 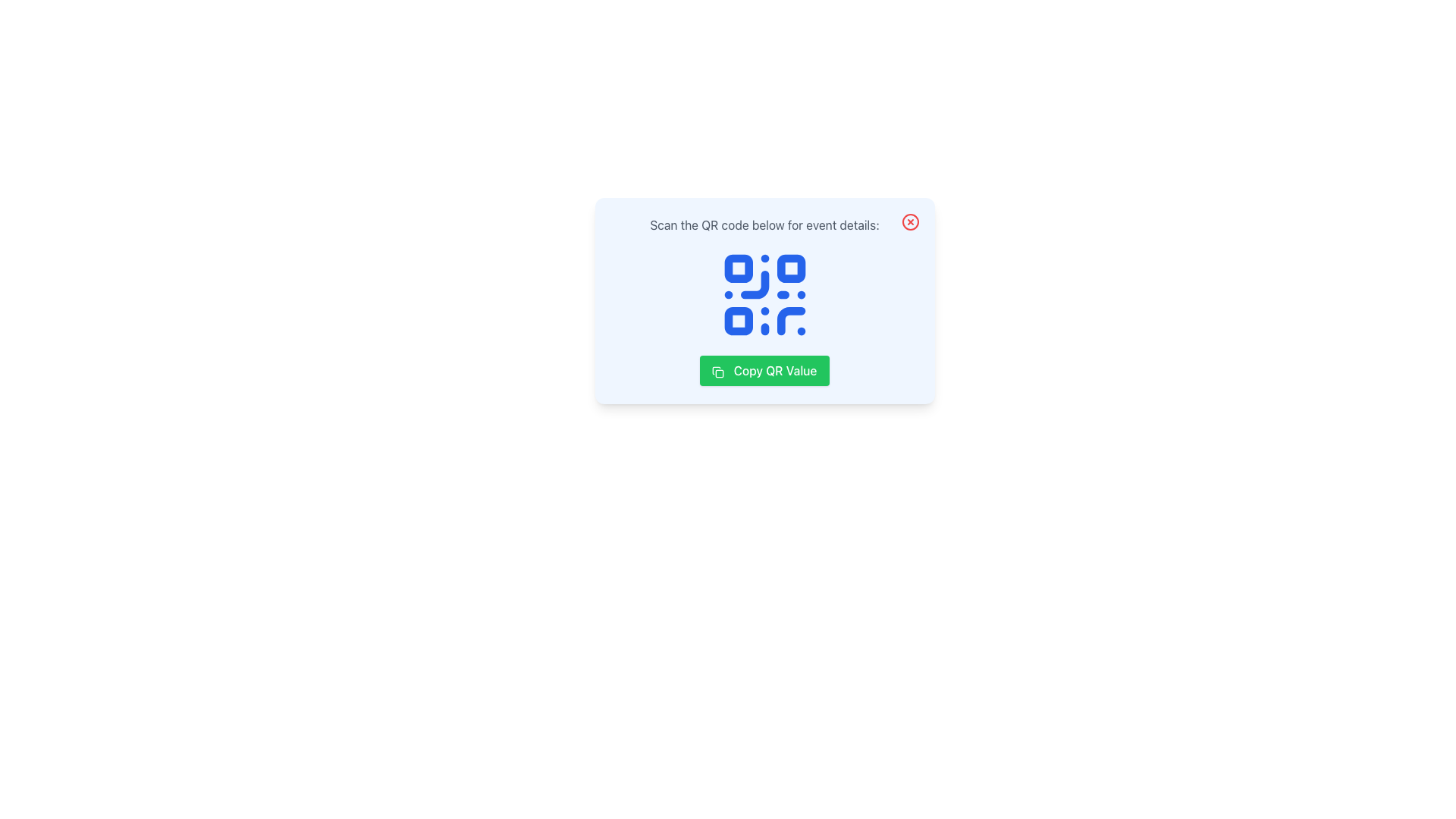 I want to click on the small blue square with rounded corners located within the QR code icon in the modal dialog, specifically the second square from the left in the top row of smaller squares, so click(x=790, y=268).